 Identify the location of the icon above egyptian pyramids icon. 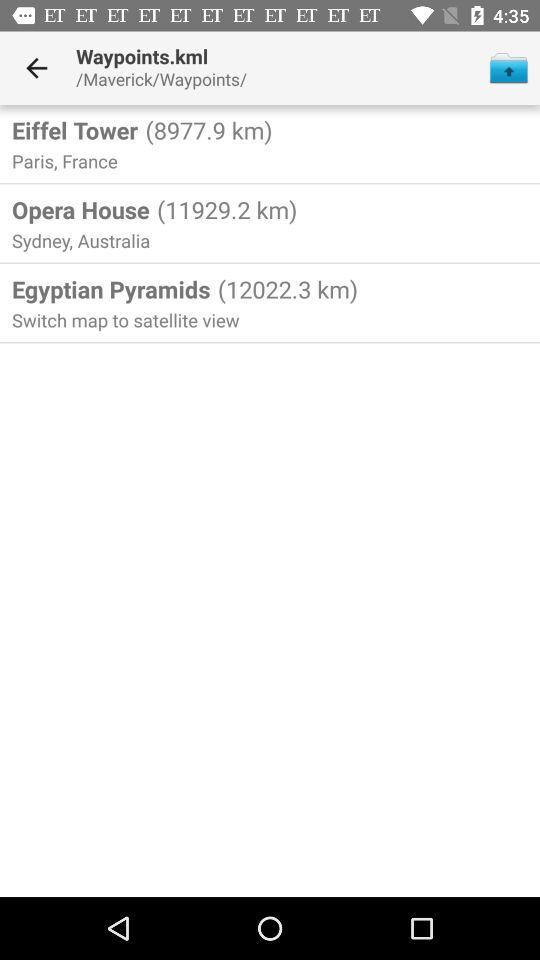
(82, 240).